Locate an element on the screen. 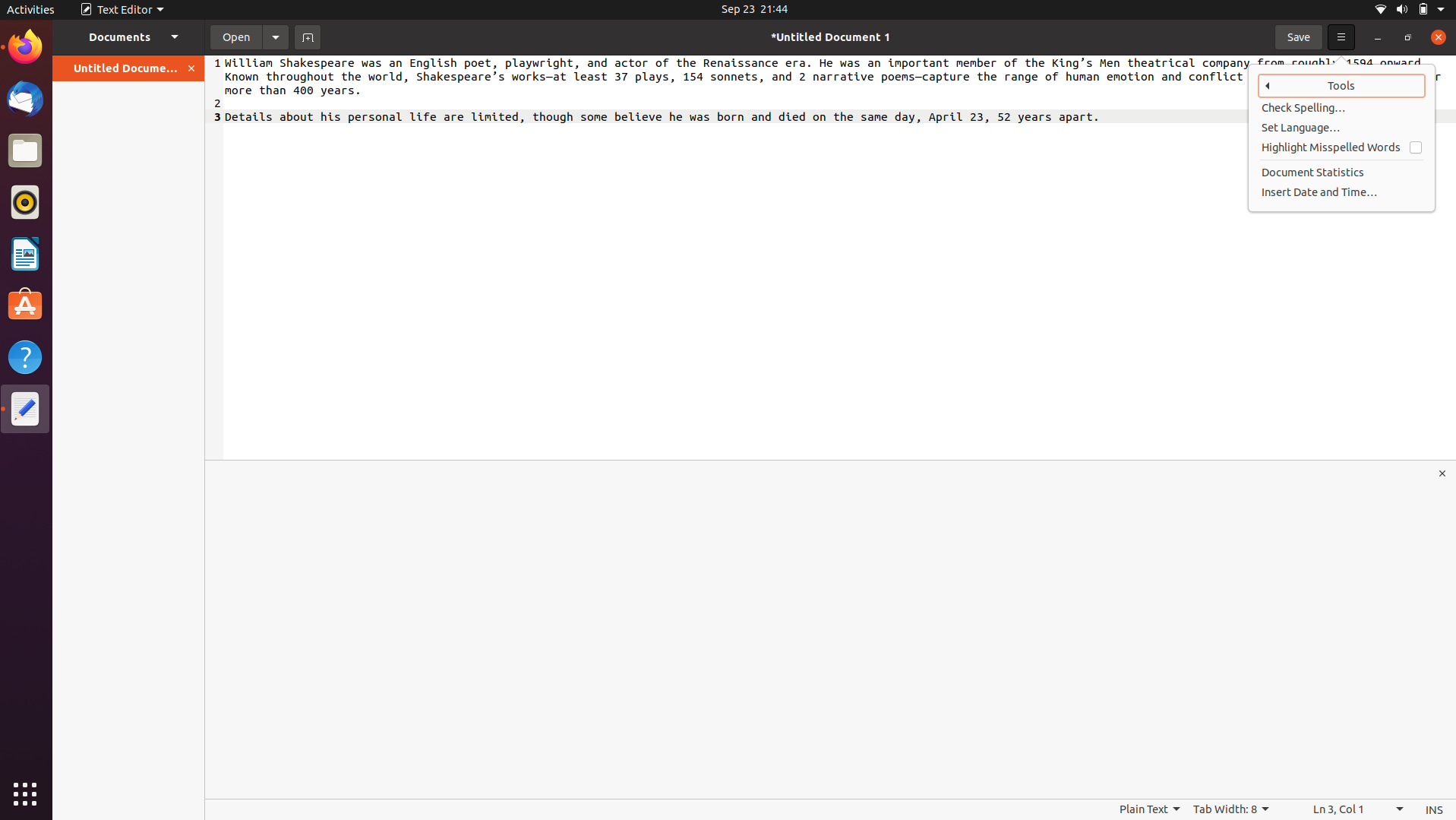 Image resolution: width=1456 pixels, height=820 pixels. document named textfile.txt is located at coordinates (233, 36).